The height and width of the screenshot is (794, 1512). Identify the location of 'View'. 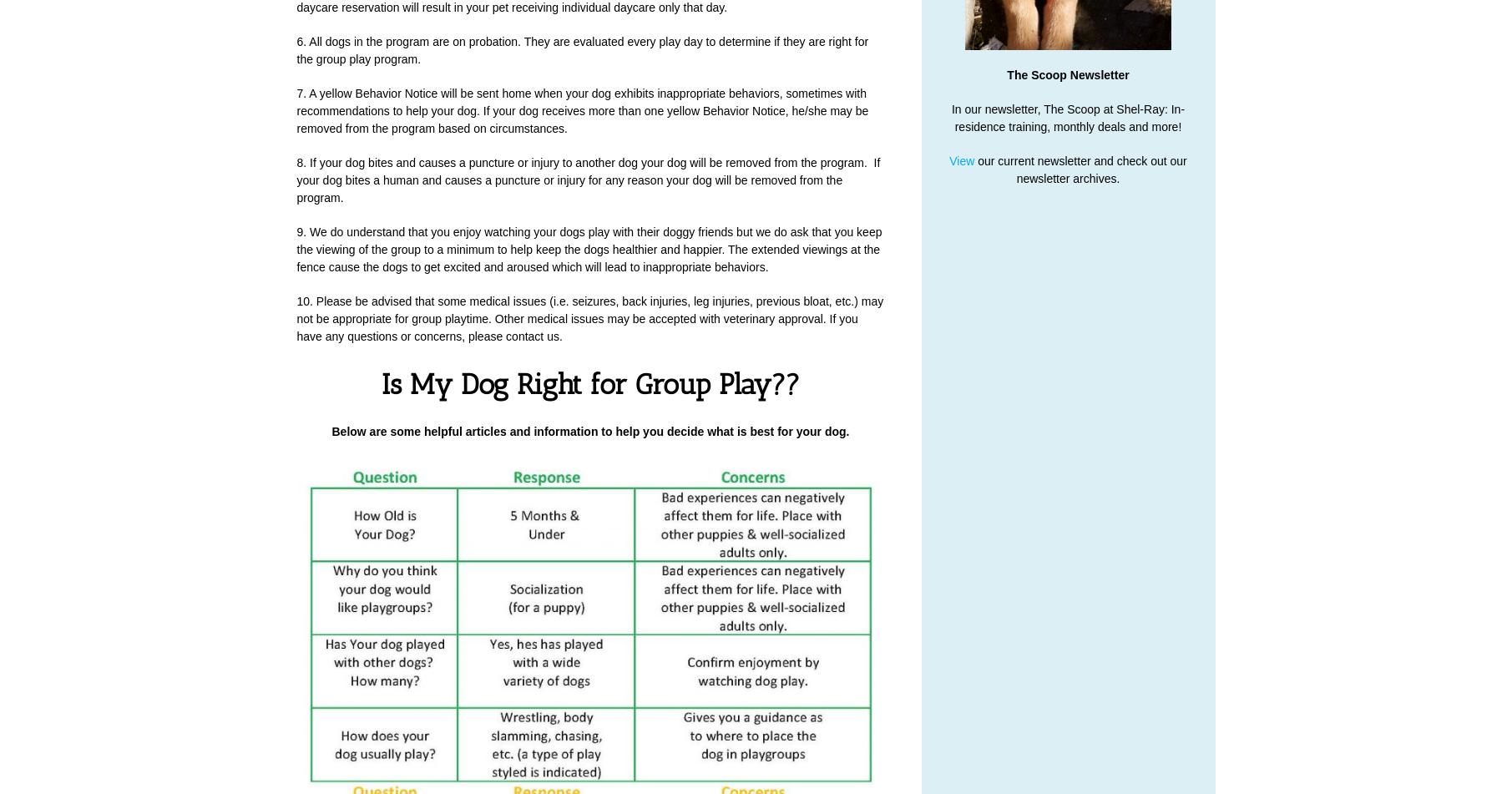
(960, 160).